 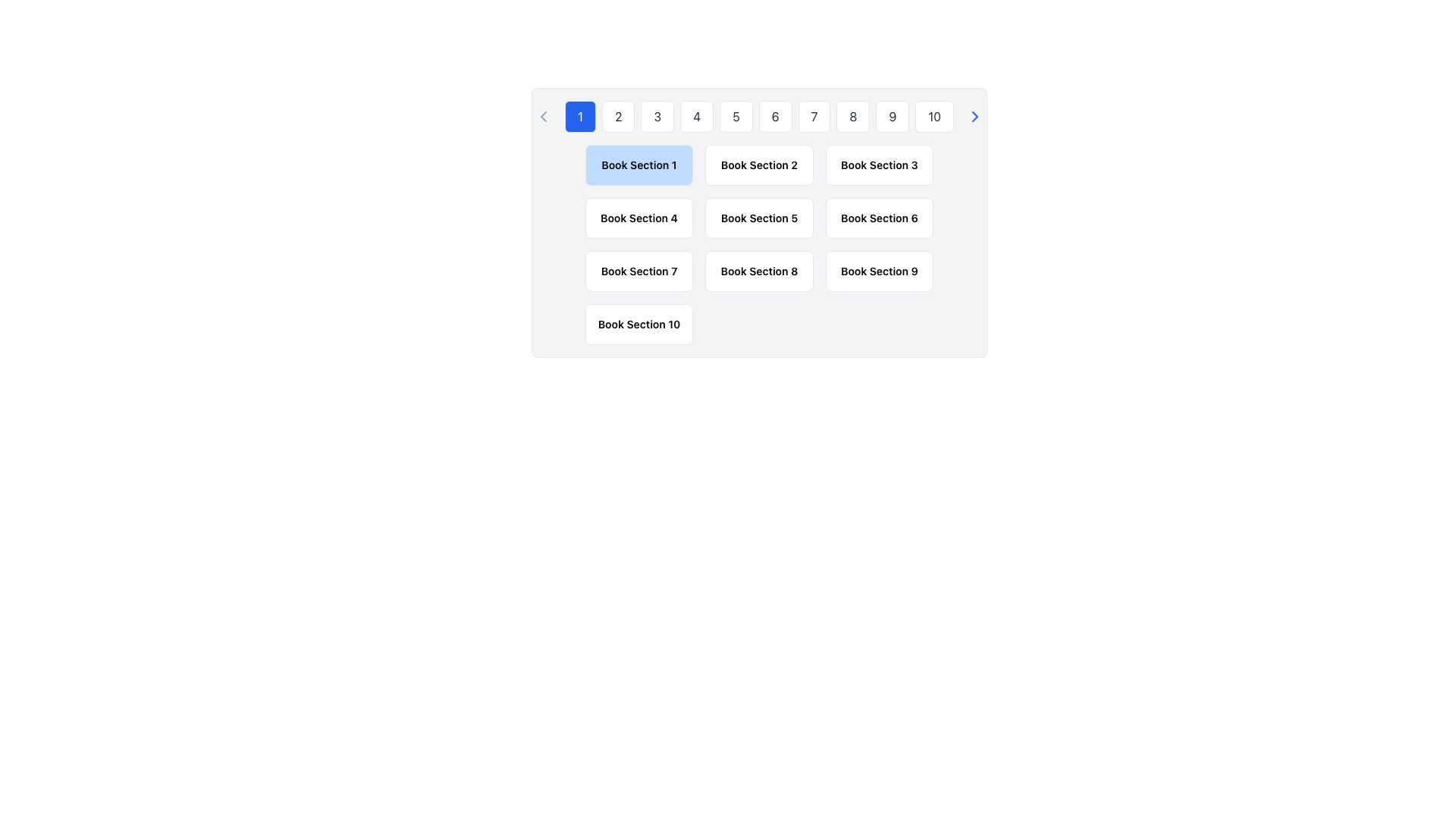 I want to click on the right-facing chevron icon in the top-right area of the pagination bar, so click(x=975, y=116).